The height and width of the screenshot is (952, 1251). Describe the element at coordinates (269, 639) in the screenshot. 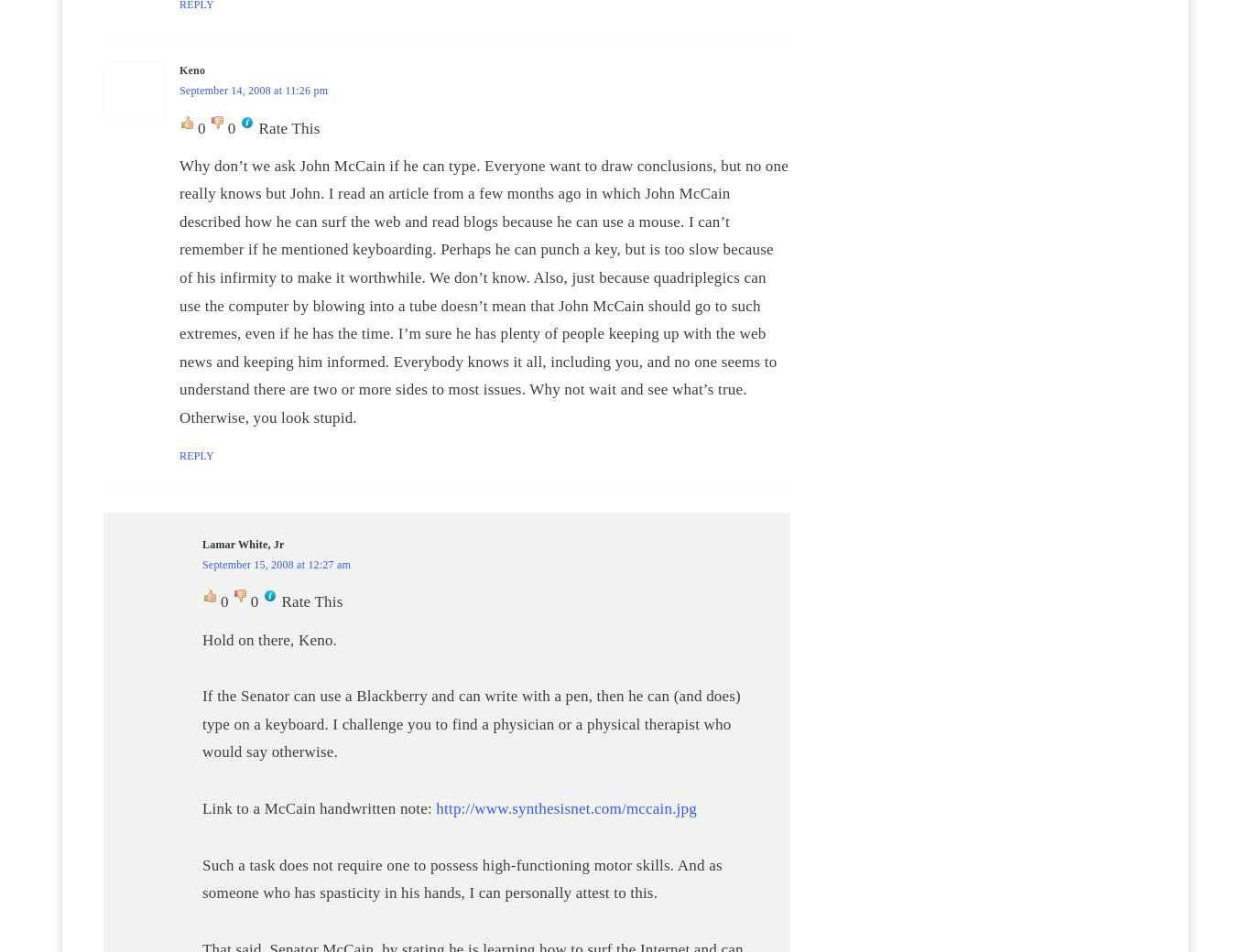

I see `'Hold on there, Keno.'` at that location.